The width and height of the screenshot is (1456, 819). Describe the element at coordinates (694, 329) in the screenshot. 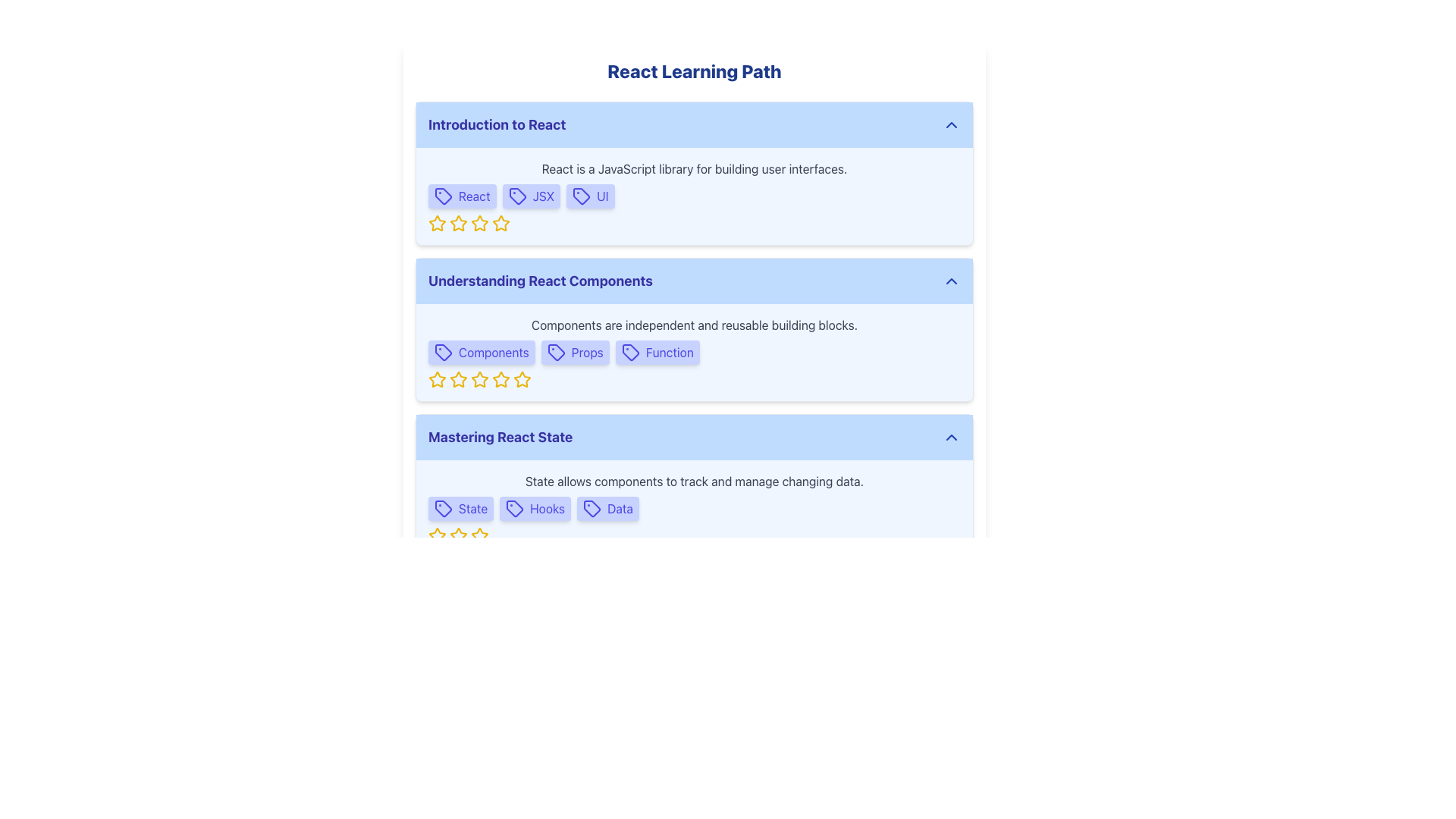

I see `the informational content box that presents educational content about React components, located between the 'Introduction to React' and 'Mastering React State' sections` at that location.